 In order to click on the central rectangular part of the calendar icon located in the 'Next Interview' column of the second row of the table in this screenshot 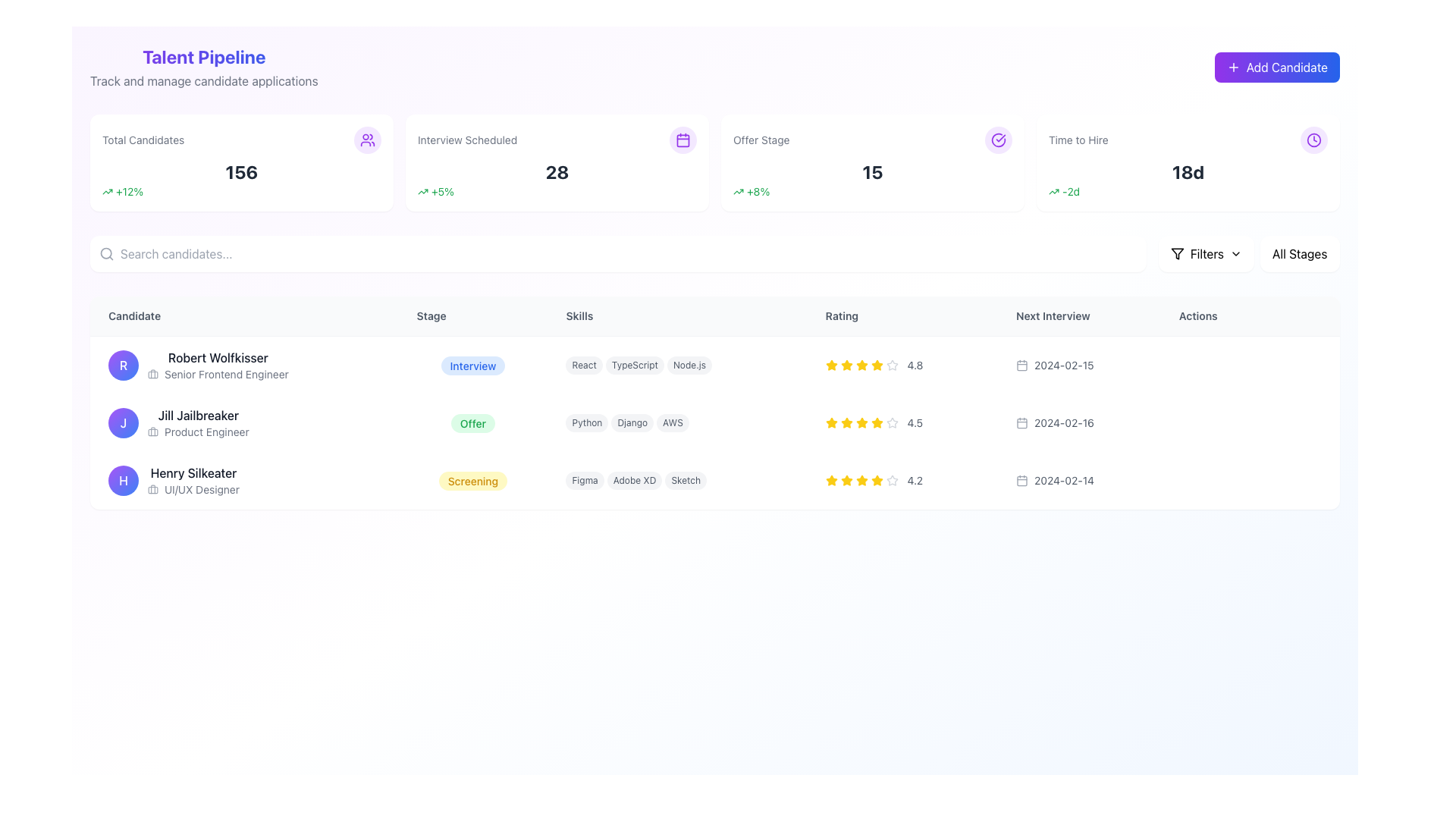, I will do `click(1022, 423)`.